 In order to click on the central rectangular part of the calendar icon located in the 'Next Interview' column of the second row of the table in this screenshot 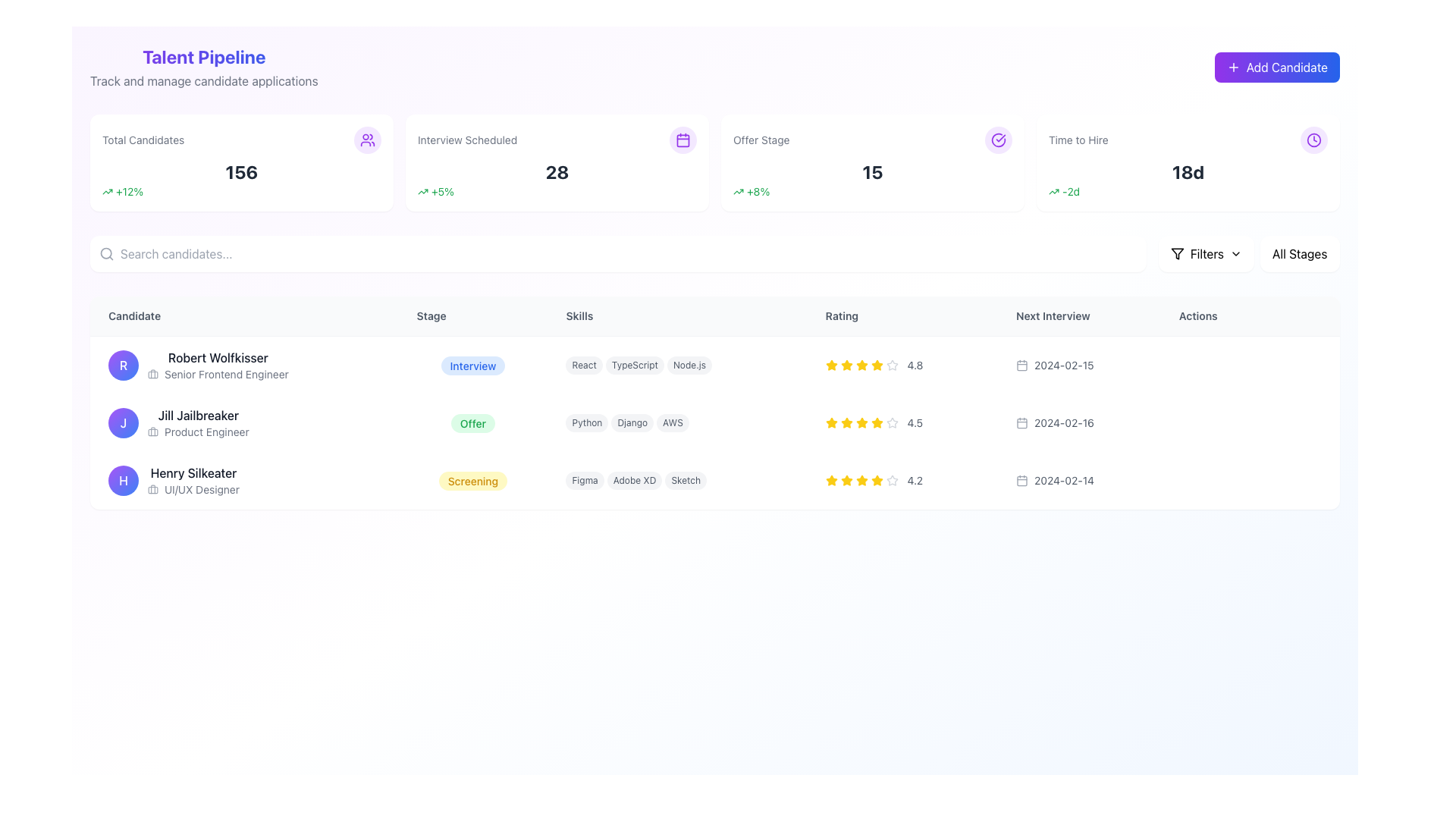, I will do `click(1022, 423)`.